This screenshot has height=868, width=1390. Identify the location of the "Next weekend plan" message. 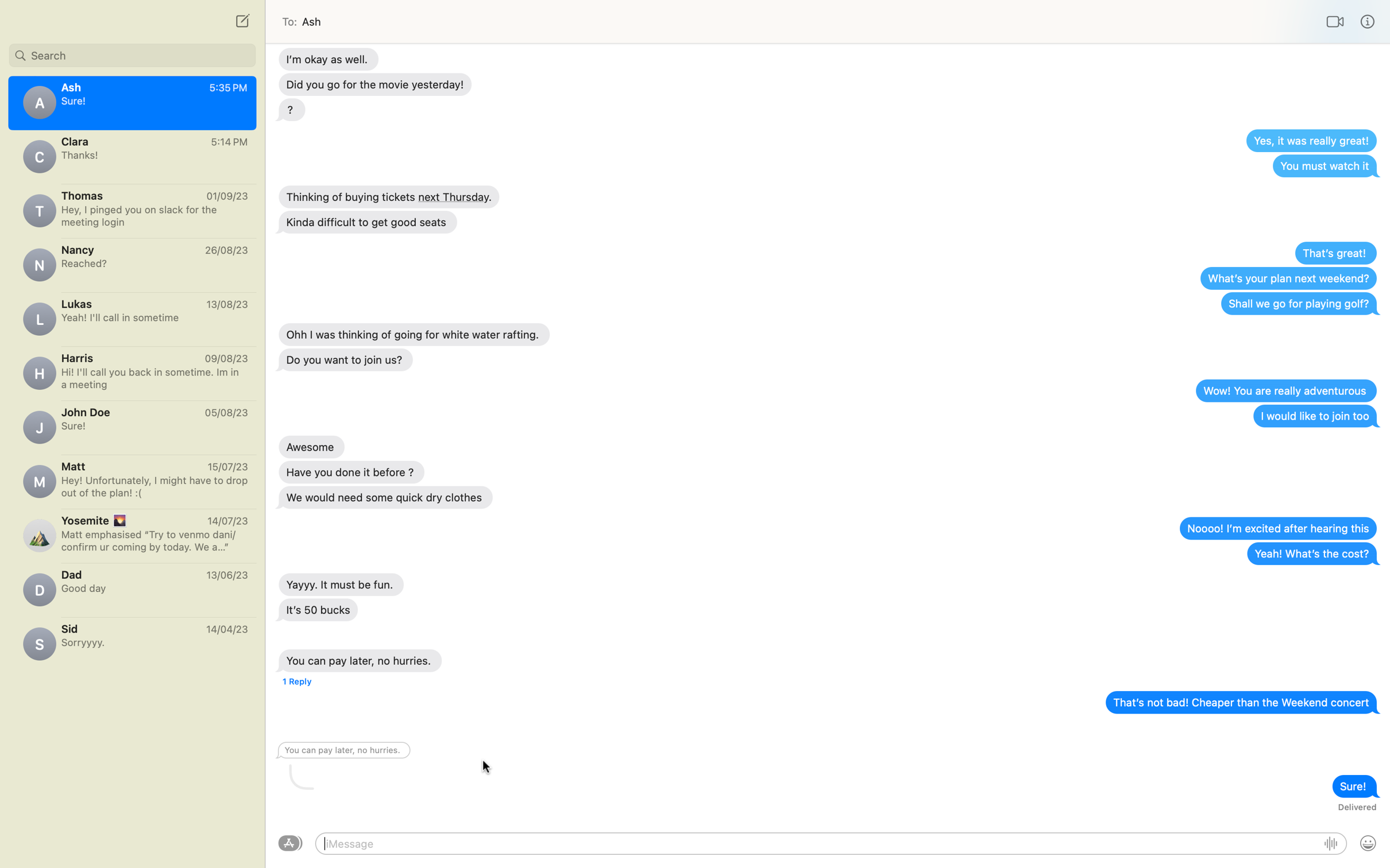
(1287, 277).